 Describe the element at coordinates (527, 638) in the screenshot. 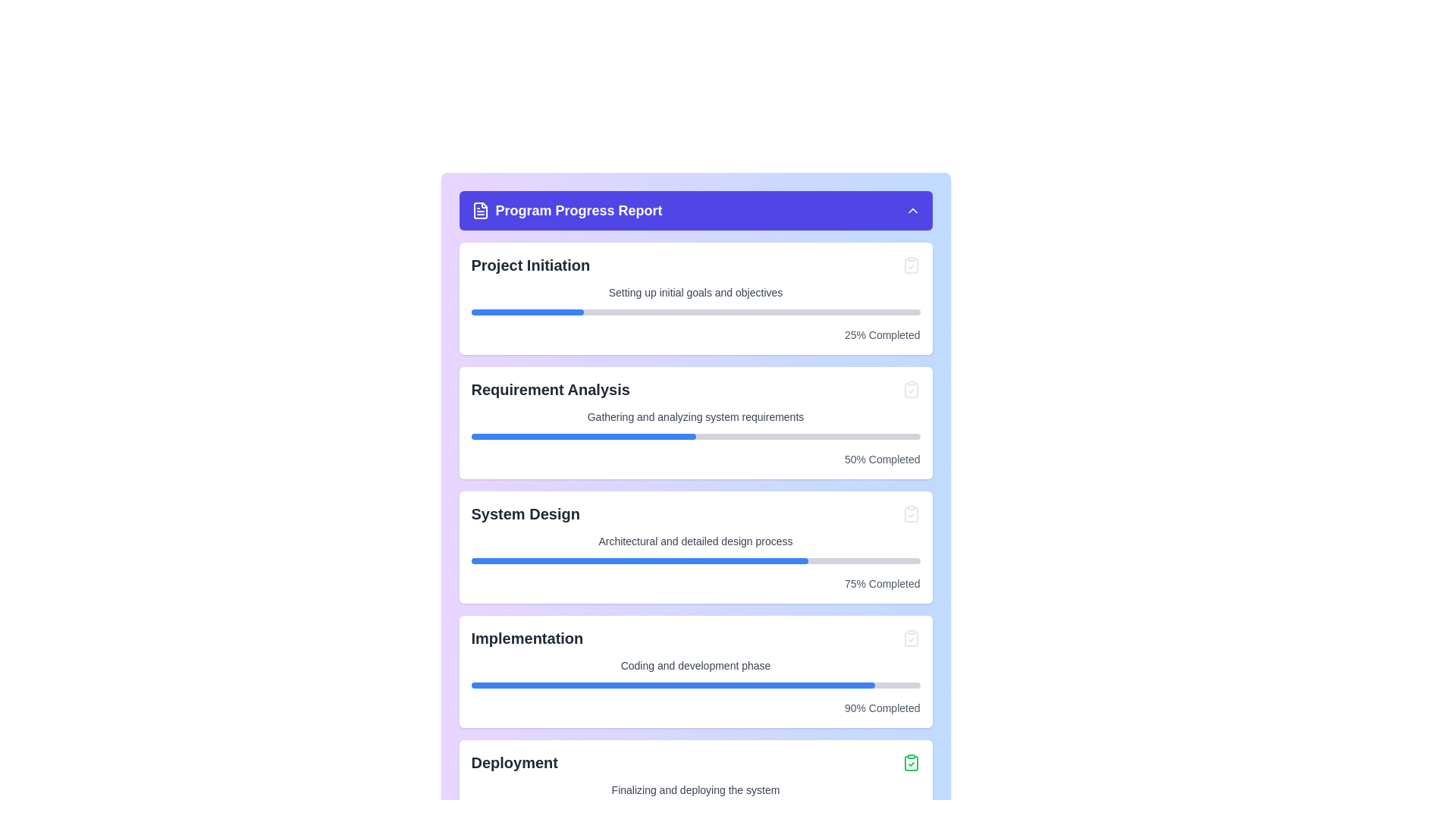

I see `the bold, large dark gray text label displaying 'Implementation' that is located prominently above a progress bar and aligned with an icon to its right` at that location.